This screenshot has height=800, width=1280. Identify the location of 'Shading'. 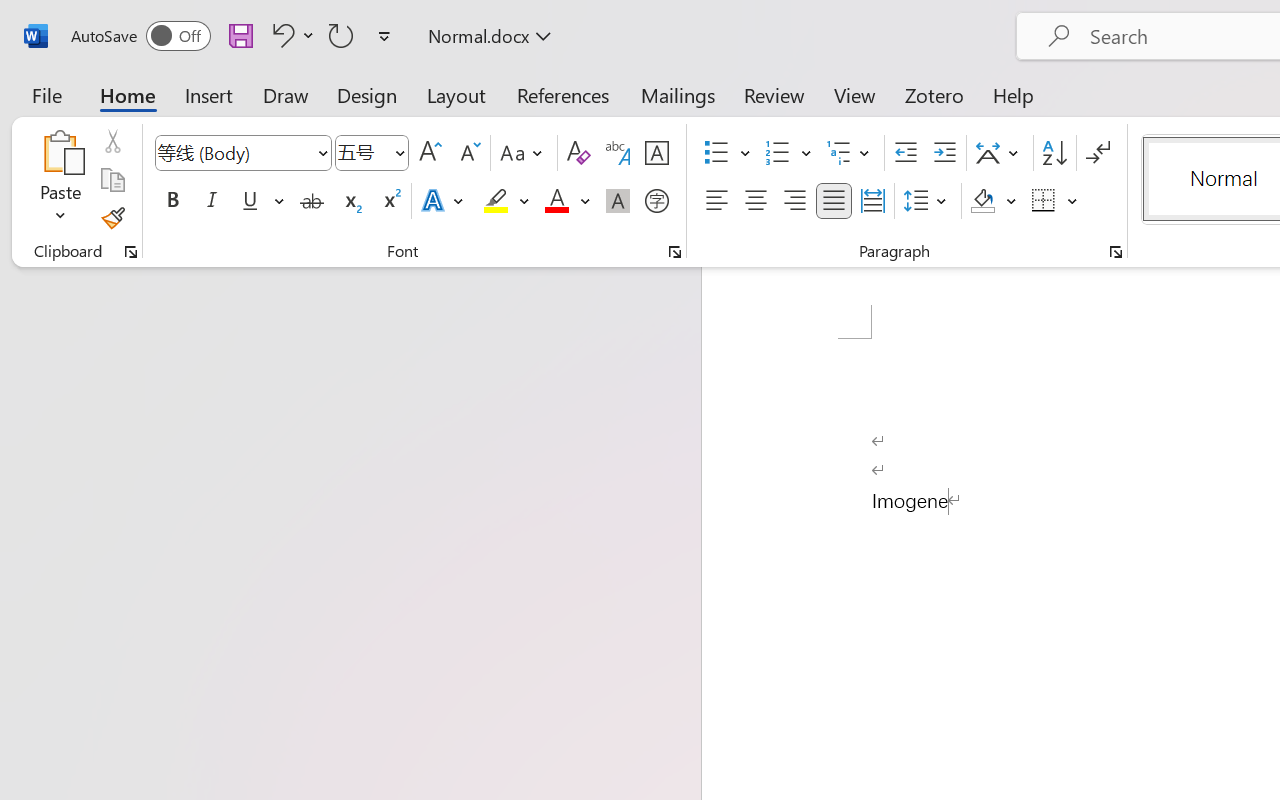
(993, 201).